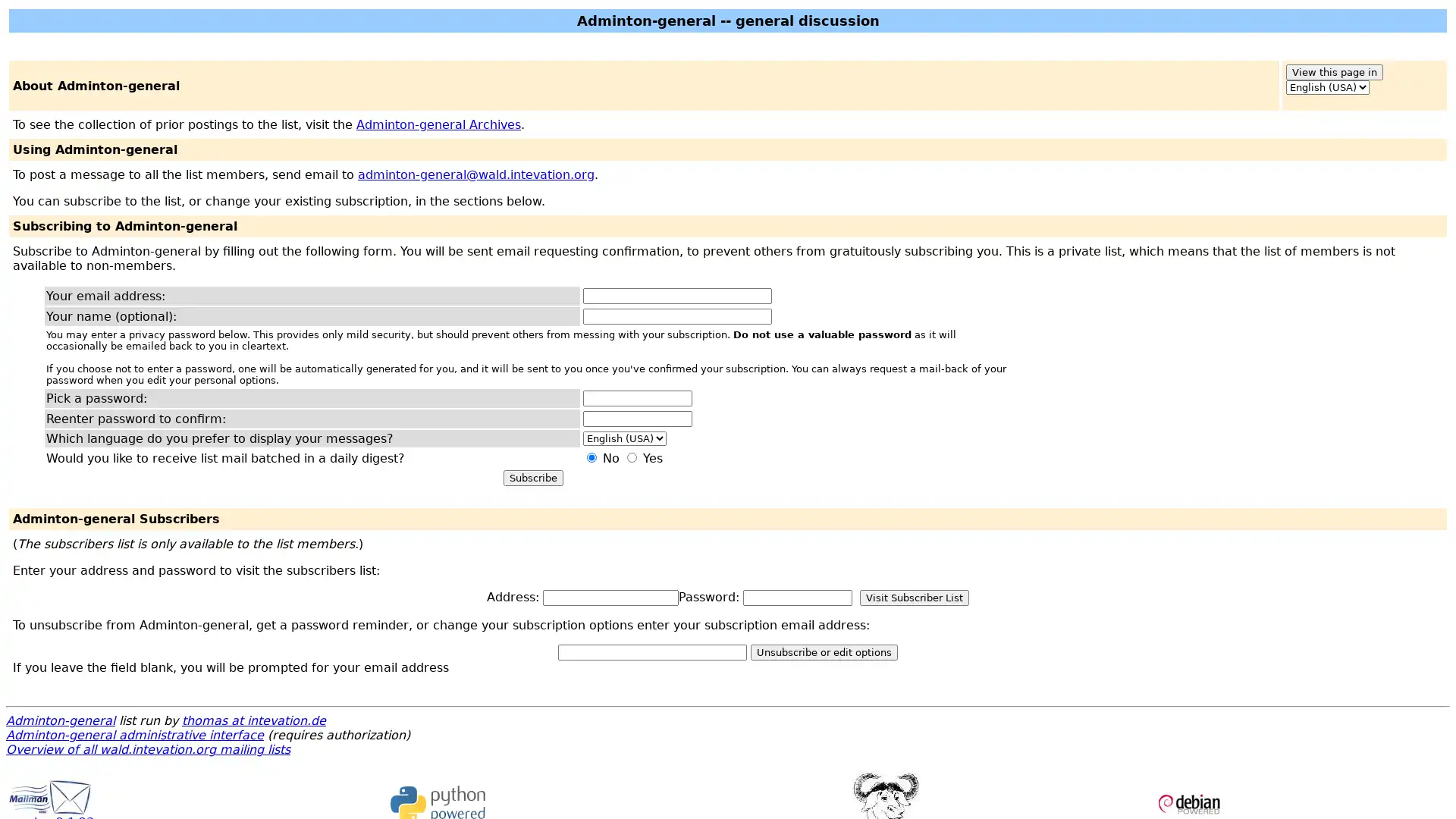 The image size is (1456, 819). What do you see at coordinates (1335, 72) in the screenshot?
I see `View this page in` at bounding box center [1335, 72].